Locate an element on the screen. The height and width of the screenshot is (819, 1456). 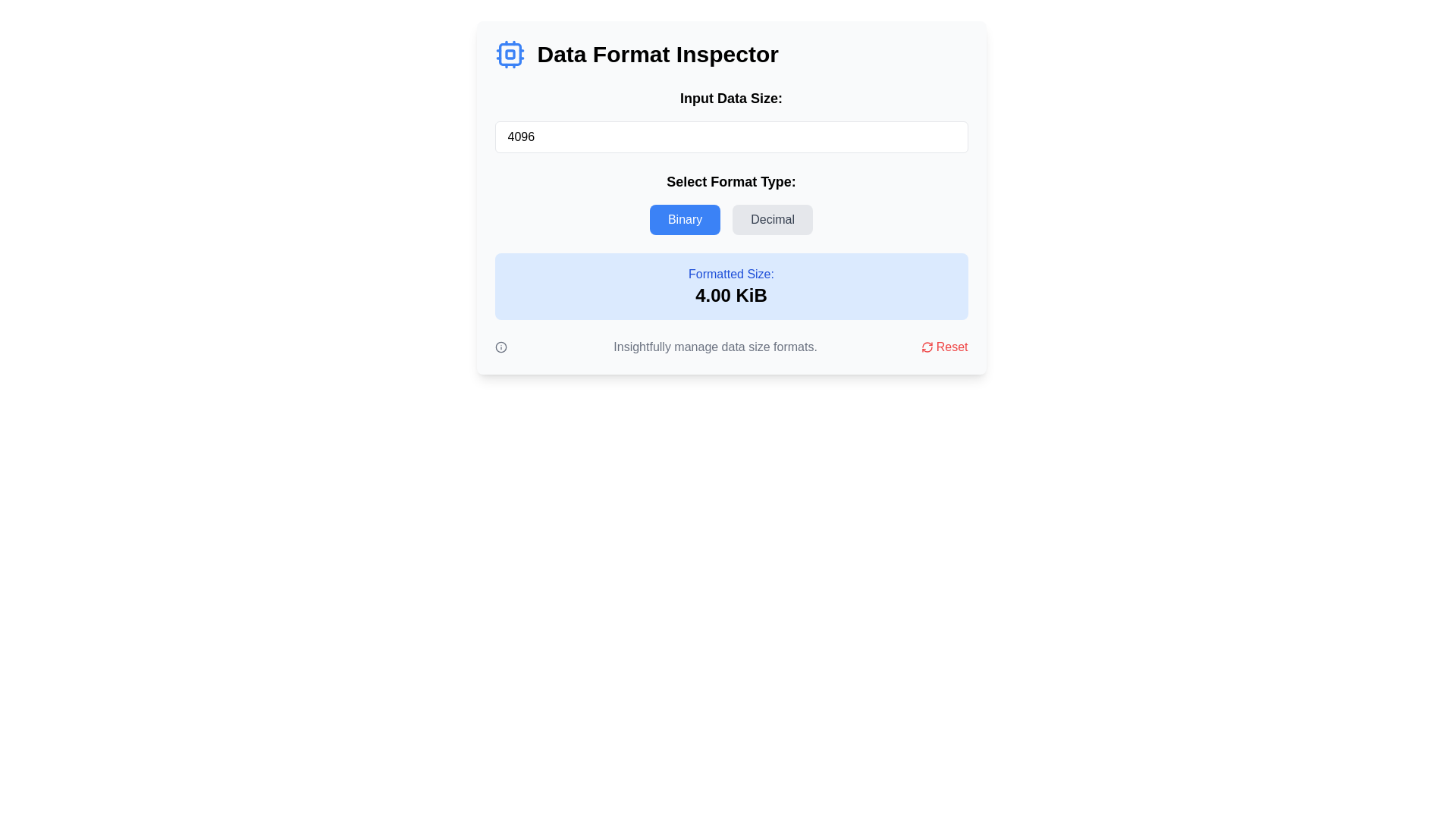
the informational icon located to the left of the caption 'Insightfully manage data size formats.' is located at coordinates (500, 347).